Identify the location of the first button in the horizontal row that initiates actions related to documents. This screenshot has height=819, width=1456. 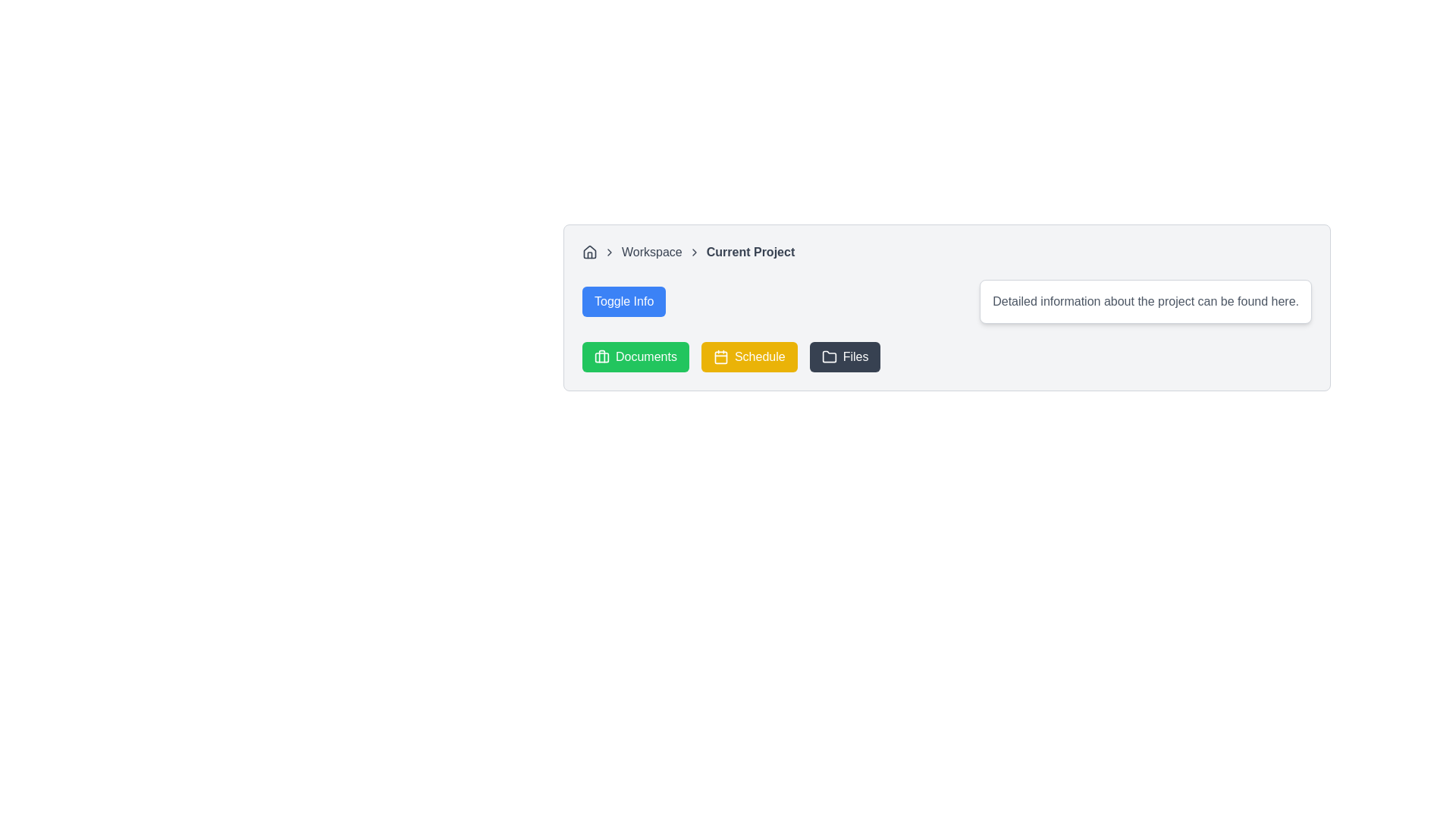
(635, 356).